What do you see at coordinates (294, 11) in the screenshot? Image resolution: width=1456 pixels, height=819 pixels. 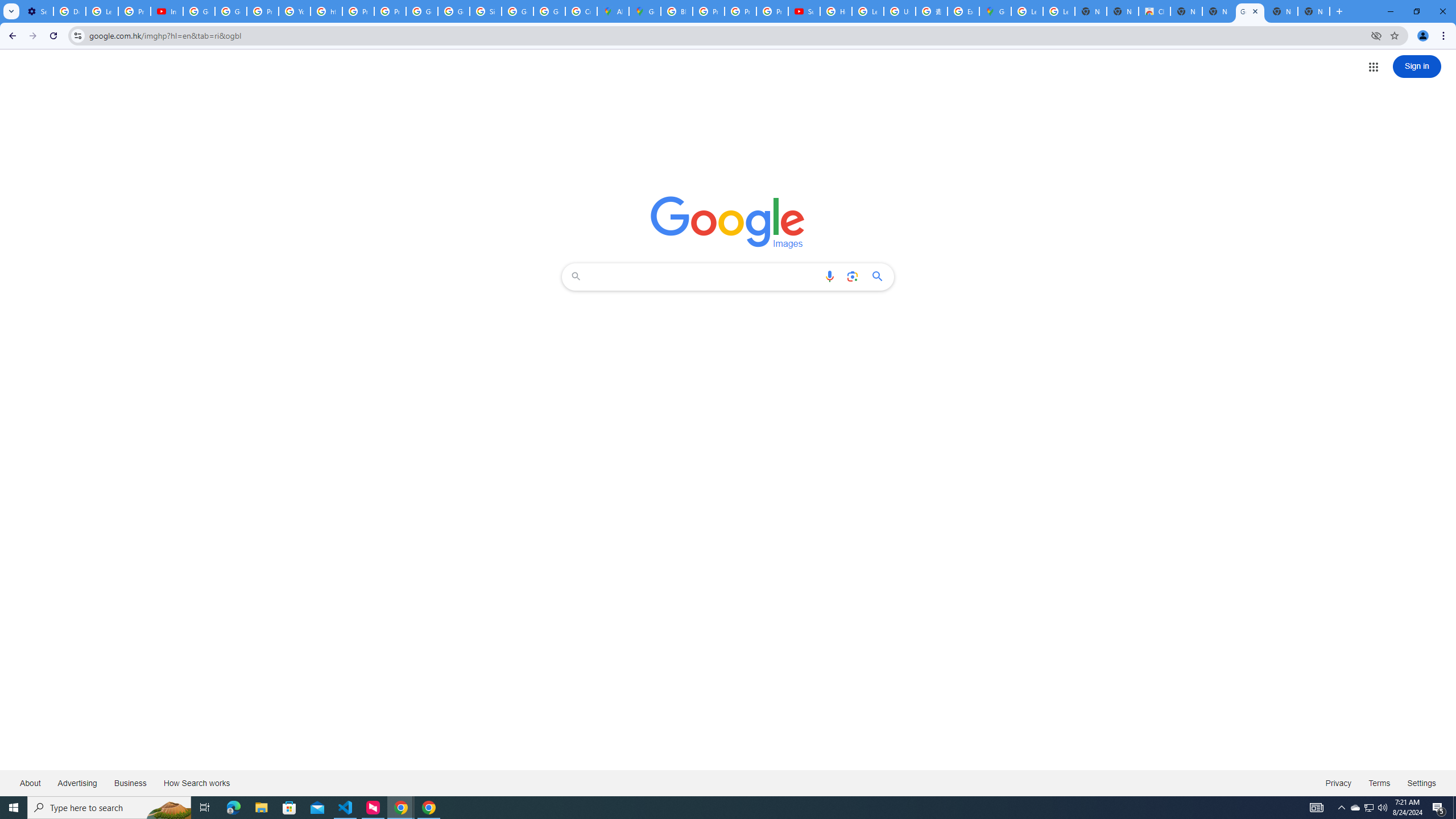 I see `'YouTube'` at bounding box center [294, 11].